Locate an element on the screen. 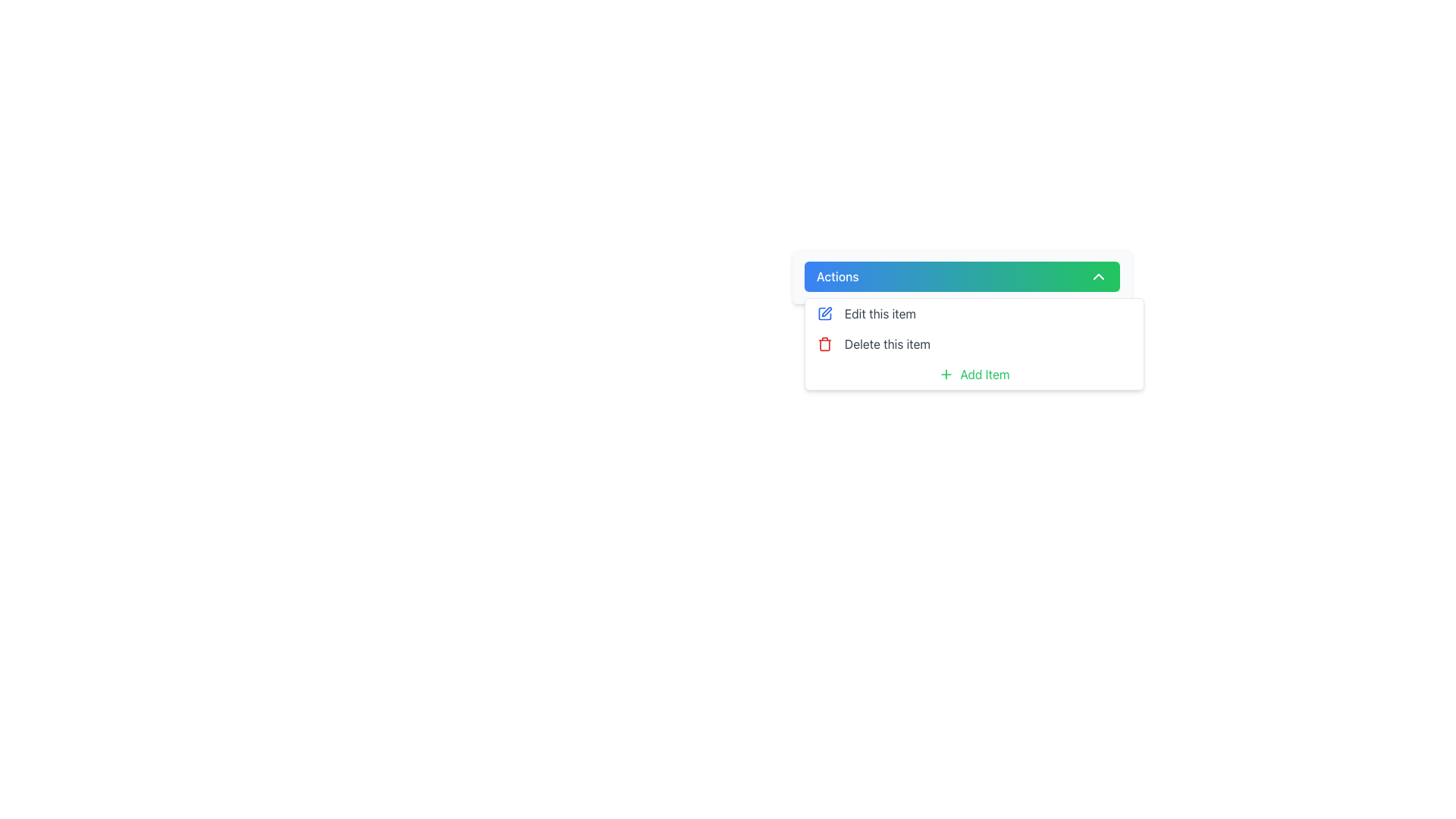  the static text label that suggests an editing operation, located within the 'Actions' dropdown menu, next to the blue pen icon is located at coordinates (880, 312).